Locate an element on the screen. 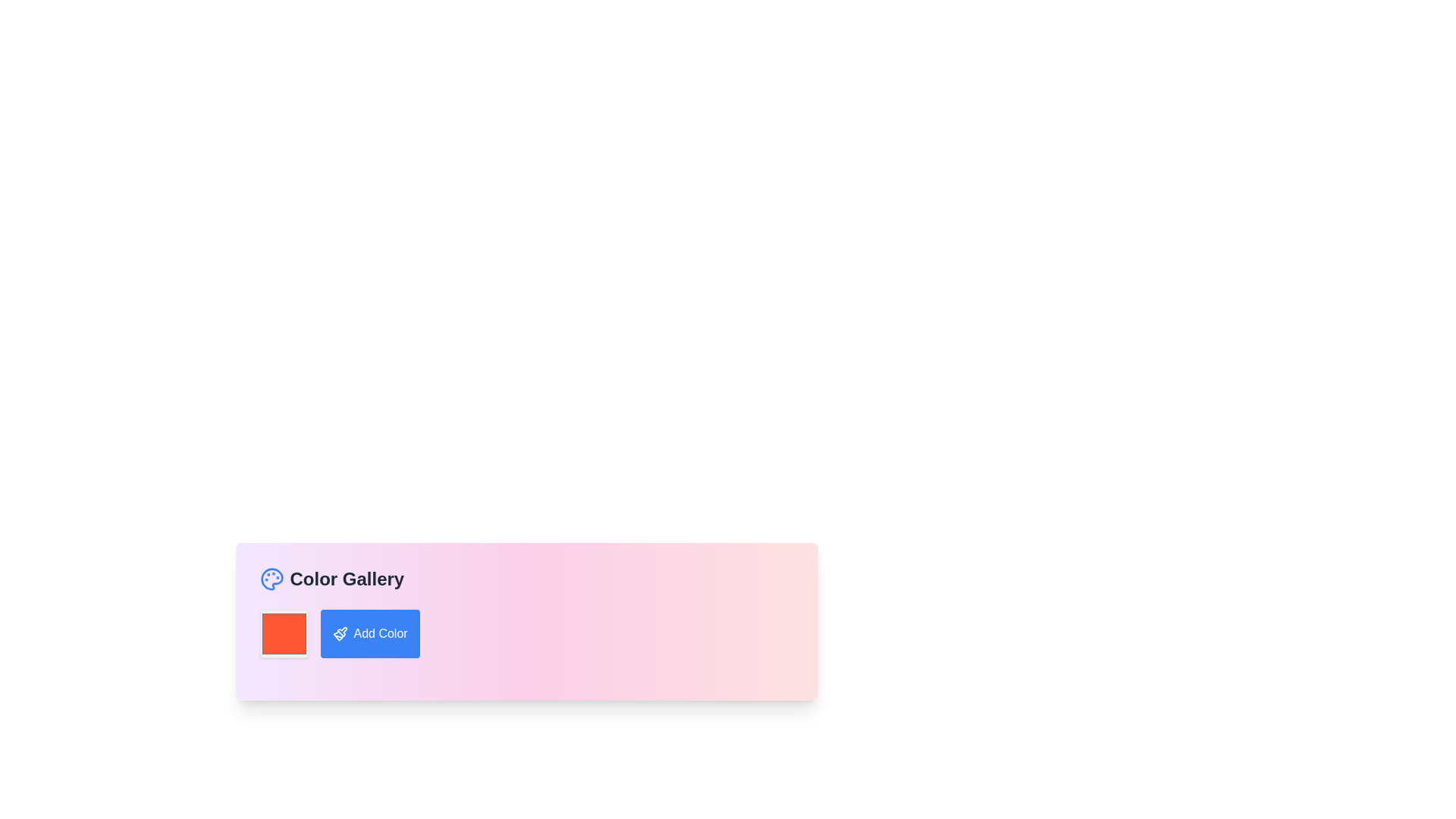 Image resolution: width=1456 pixels, height=819 pixels. the button that triggers the addition of a new color is located at coordinates (370, 634).